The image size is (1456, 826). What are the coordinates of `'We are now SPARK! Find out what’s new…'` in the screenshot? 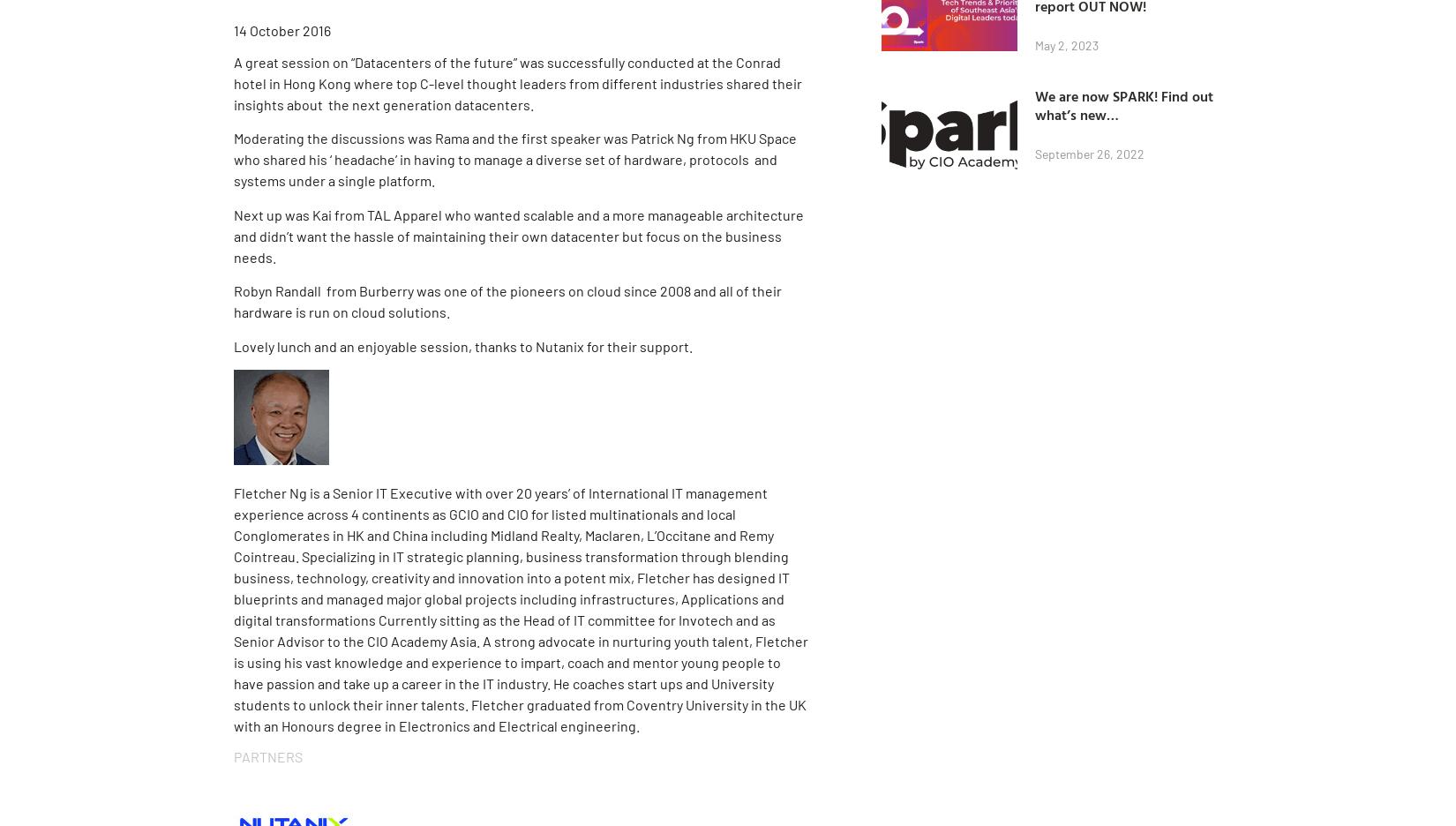 It's located at (1122, 105).